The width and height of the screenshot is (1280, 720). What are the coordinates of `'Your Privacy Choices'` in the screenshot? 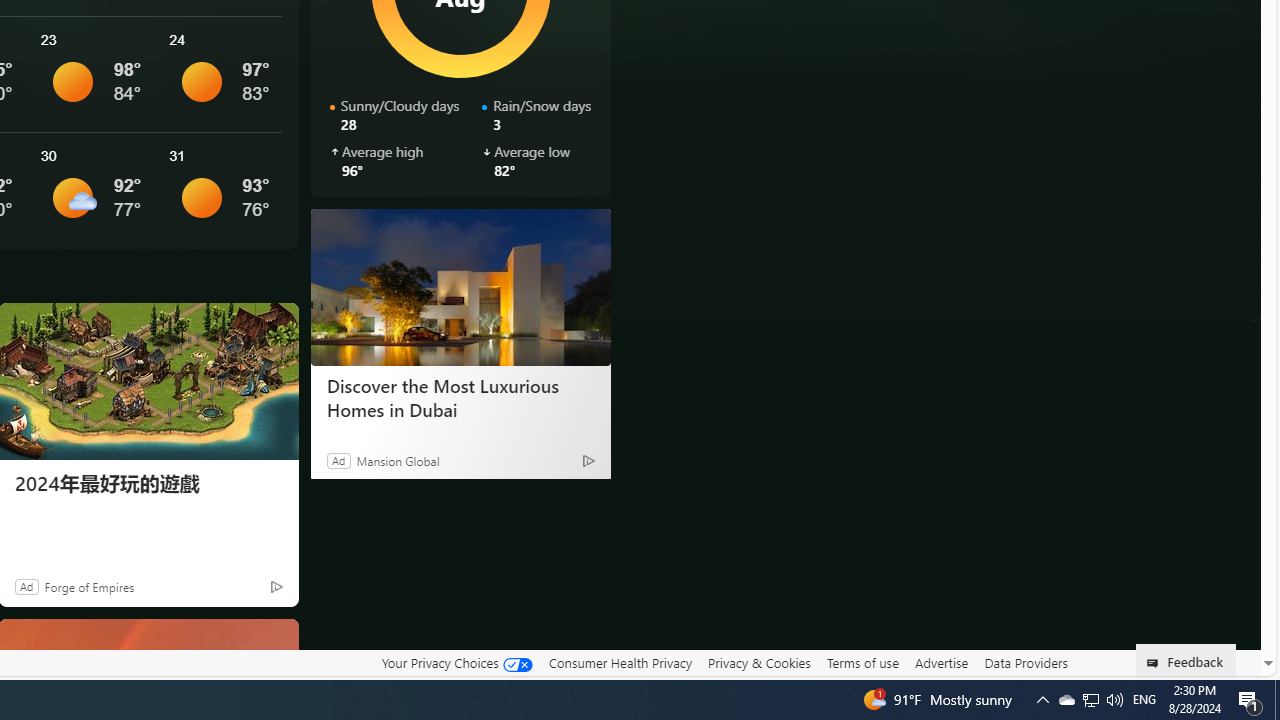 It's located at (455, 662).